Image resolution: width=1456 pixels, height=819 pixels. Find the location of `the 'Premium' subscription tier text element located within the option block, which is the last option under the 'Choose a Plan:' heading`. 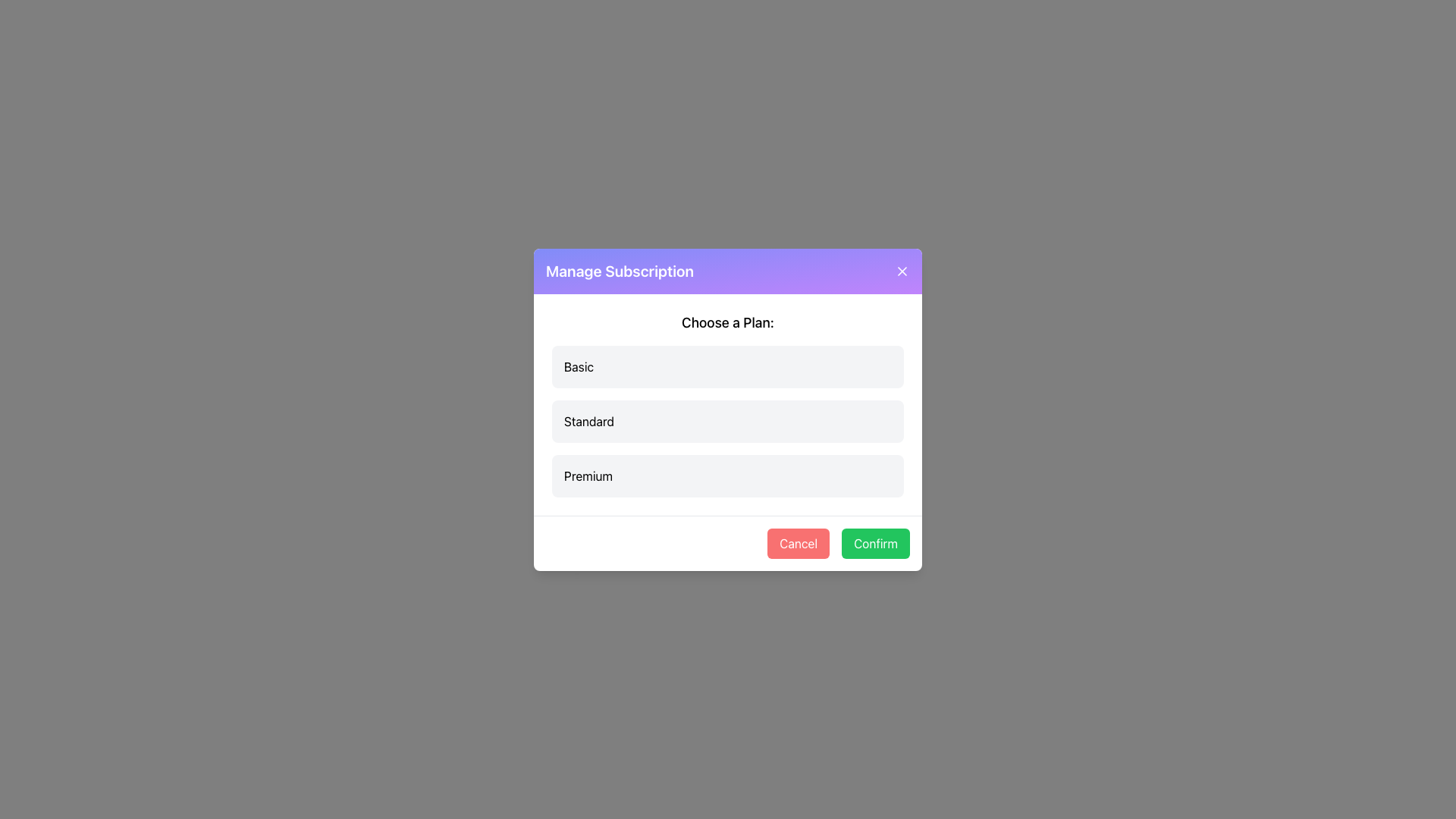

the 'Premium' subscription tier text element located within the option block, which is the last option under the 'Choose a Plan:' heading is located at coordinates (588, 475).